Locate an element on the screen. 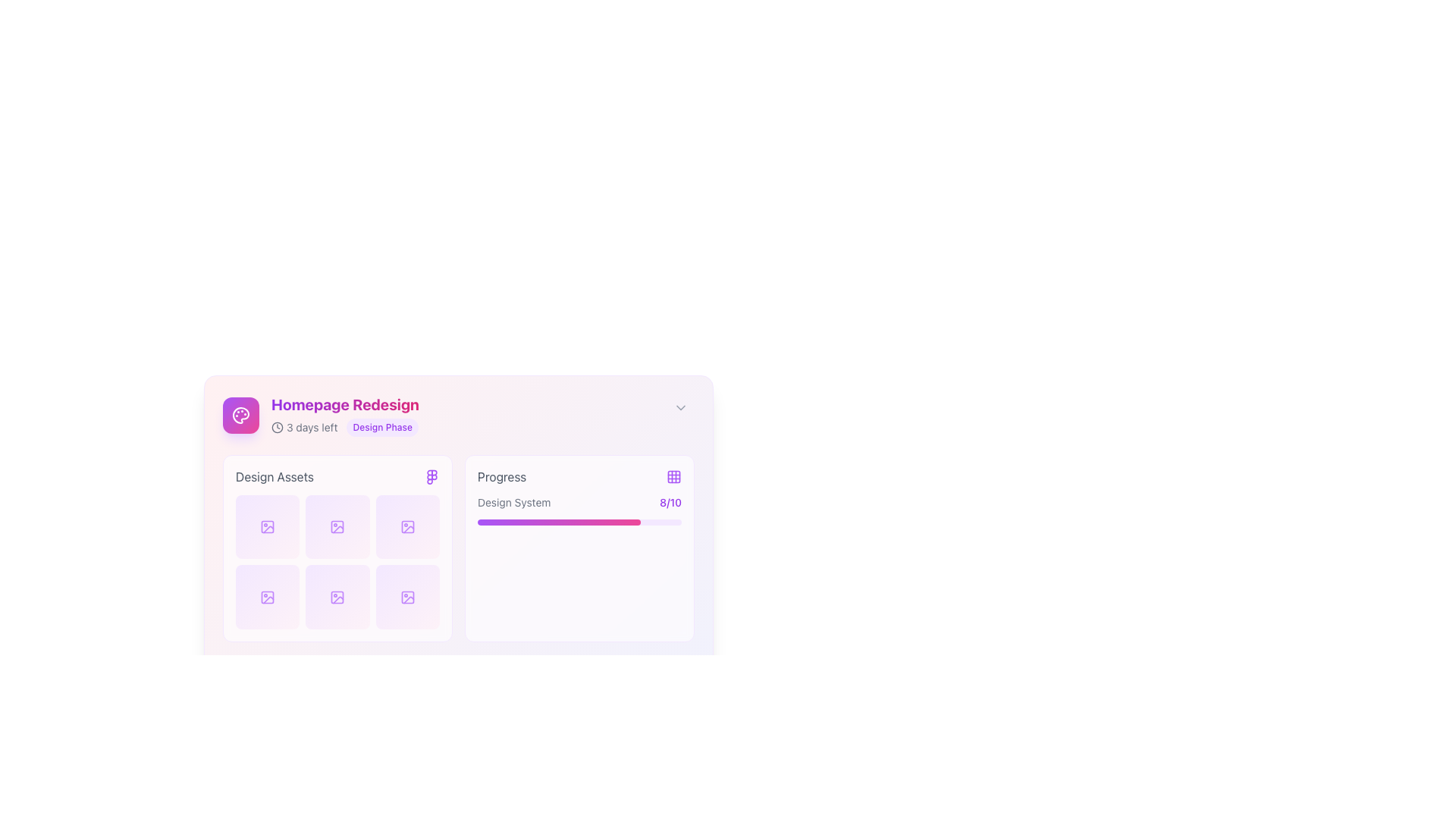 Image resolution: width=1456 pixels, height=819 pixels. the bold text label that reads 'Homepage Redesign', which is prominently displayed at the top center of the card layout, above the '3 days left' text and 'Design Phase' tag is located at coordinates (344, 403).